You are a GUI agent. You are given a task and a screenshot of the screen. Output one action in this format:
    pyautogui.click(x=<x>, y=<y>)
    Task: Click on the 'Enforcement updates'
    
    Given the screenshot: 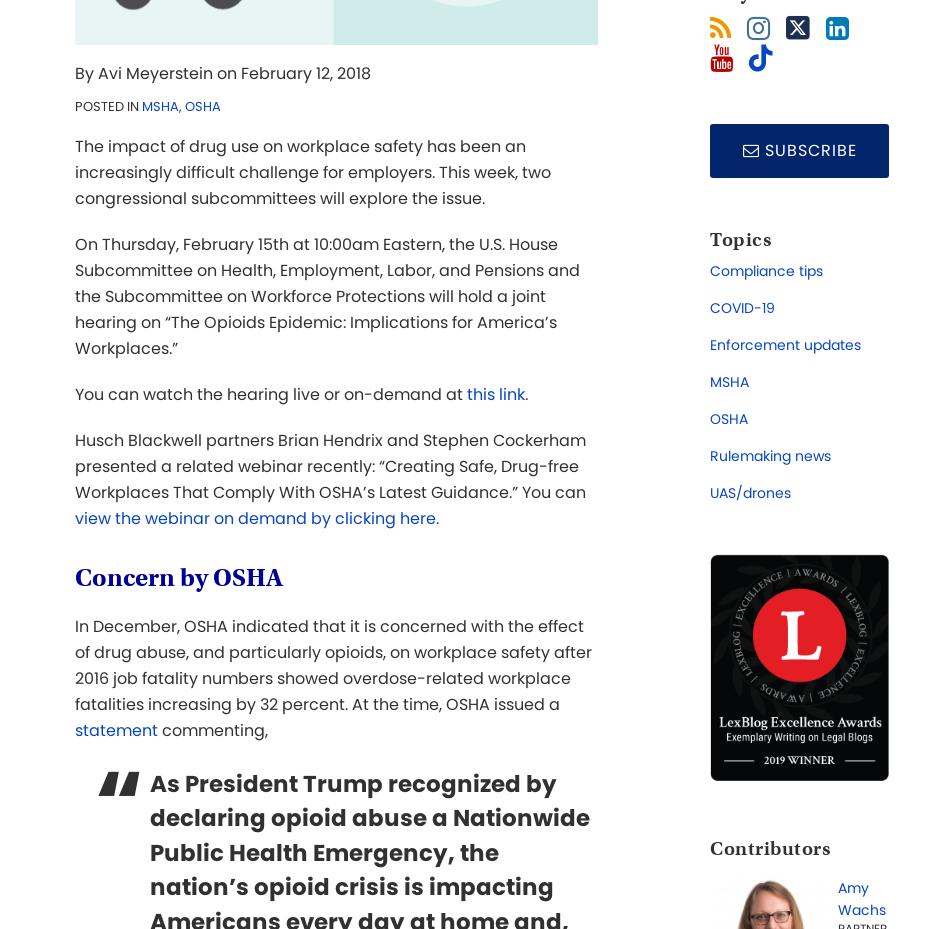 What is the action you would take?
    pyautogui.click(x=785, y=345)
    